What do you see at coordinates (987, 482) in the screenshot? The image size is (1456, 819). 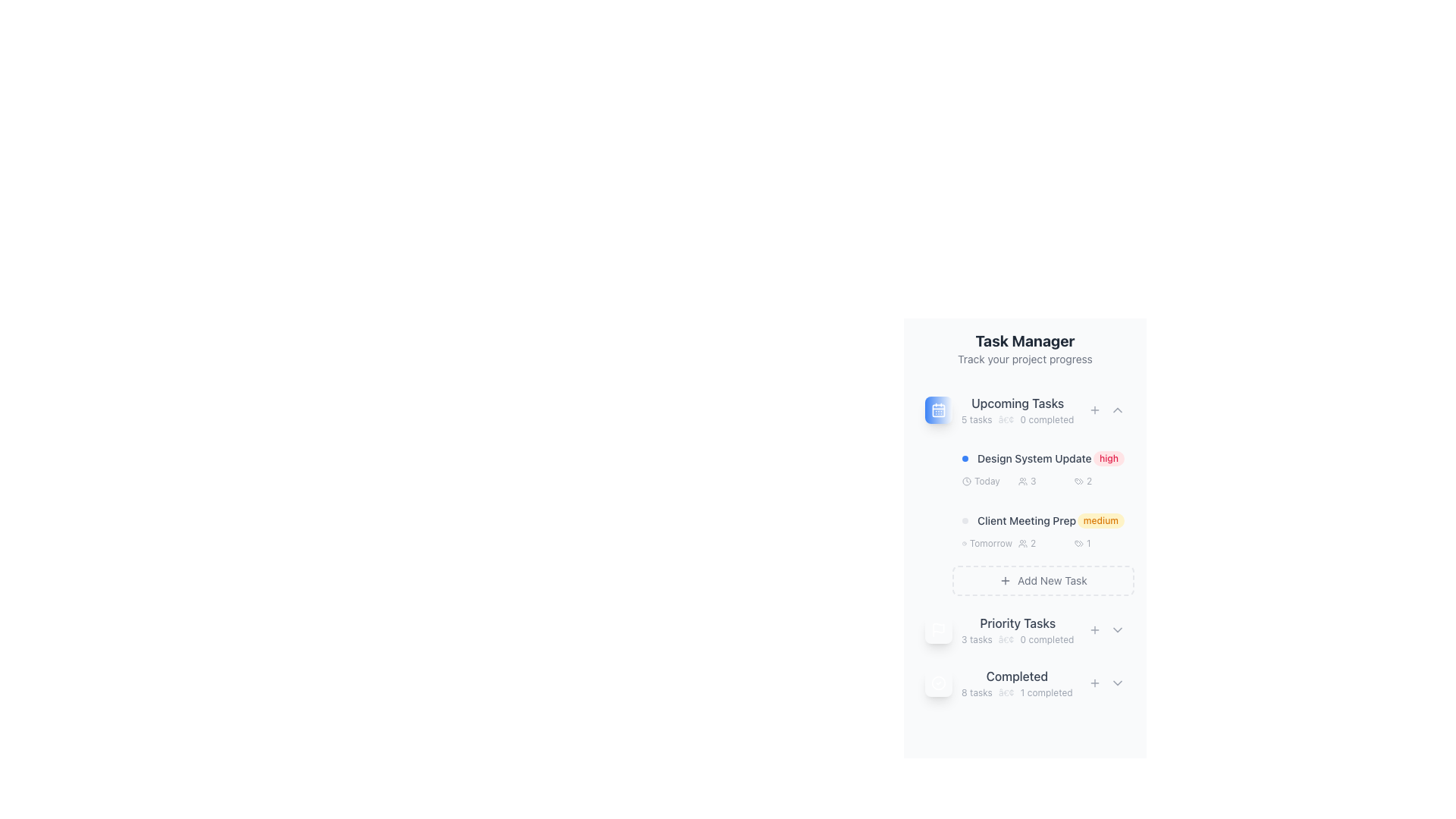 I see `text of the label with an icon indicating the due date for the 'Design System Update' task, which specifies it as 'Today'` at bounding box center [987, 482].